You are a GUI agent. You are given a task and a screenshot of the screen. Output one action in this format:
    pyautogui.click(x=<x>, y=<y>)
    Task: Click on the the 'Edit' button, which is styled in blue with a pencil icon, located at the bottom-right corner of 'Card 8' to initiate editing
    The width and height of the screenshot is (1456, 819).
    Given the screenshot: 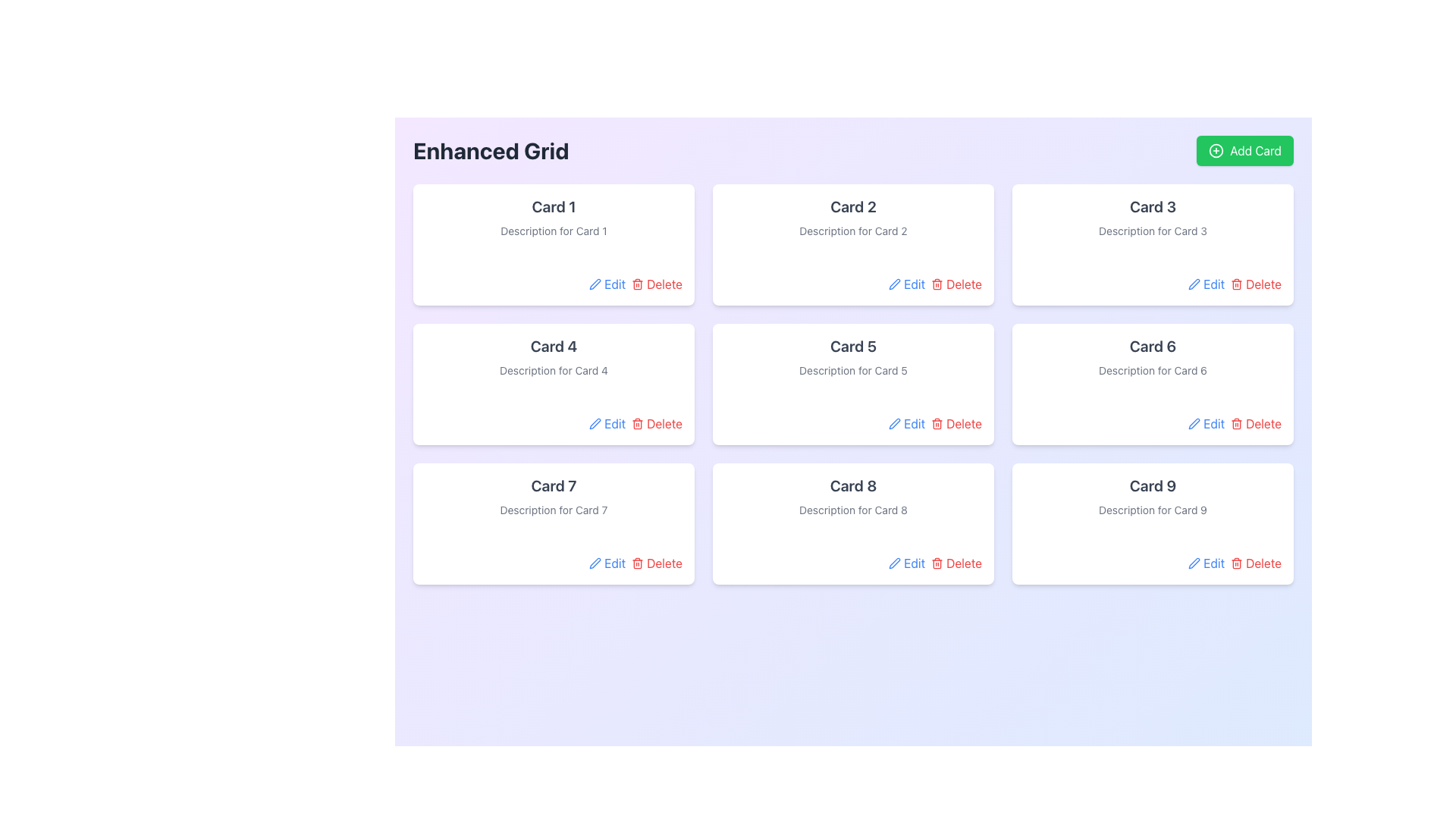 What is the action you would take?
    pyautogui.click(x=907, y=563)
    